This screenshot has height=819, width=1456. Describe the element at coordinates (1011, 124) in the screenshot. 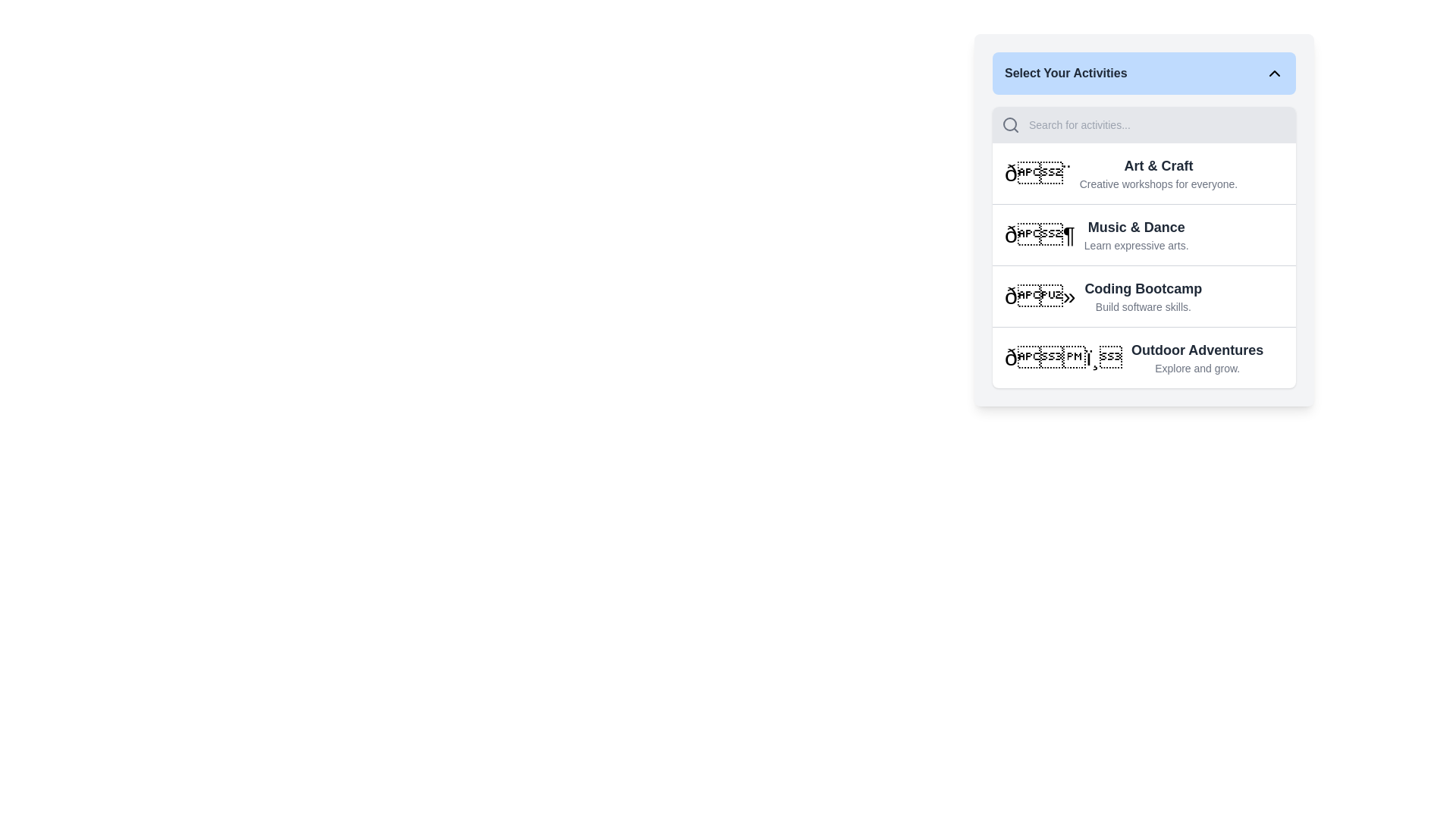

I see `the search icon located at the left edge of the search bar below the 'Select Your Activities' header` at that location.